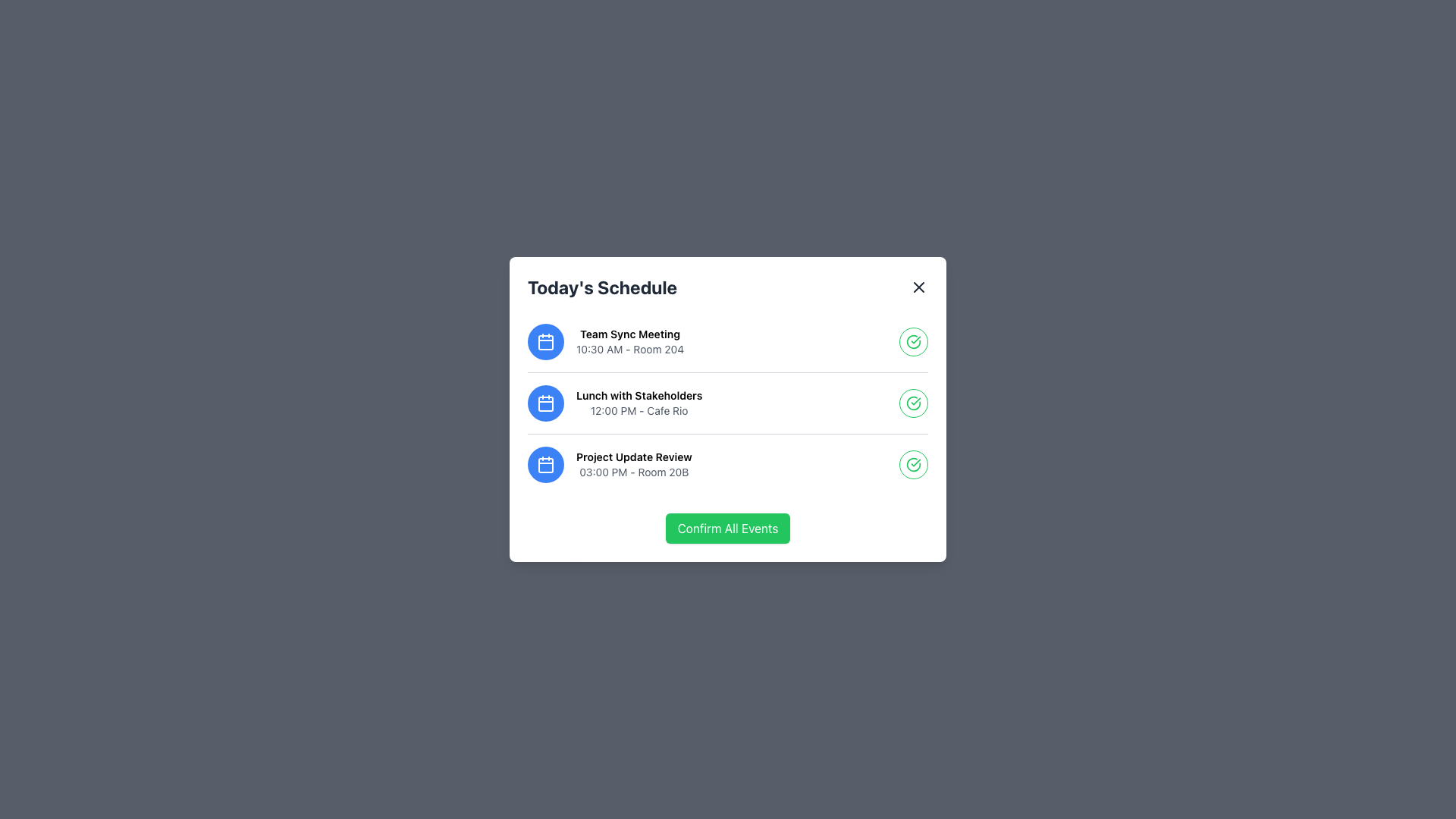 Image resolution: width=1456 pixels, height=819 pixels. What do you see at coordinates (634, 464) in the screenshot?
I see `text content of the third event in the list of scheduled events, which summarizes a meeting with its title, time, and location` at bounding box center [634, 464].